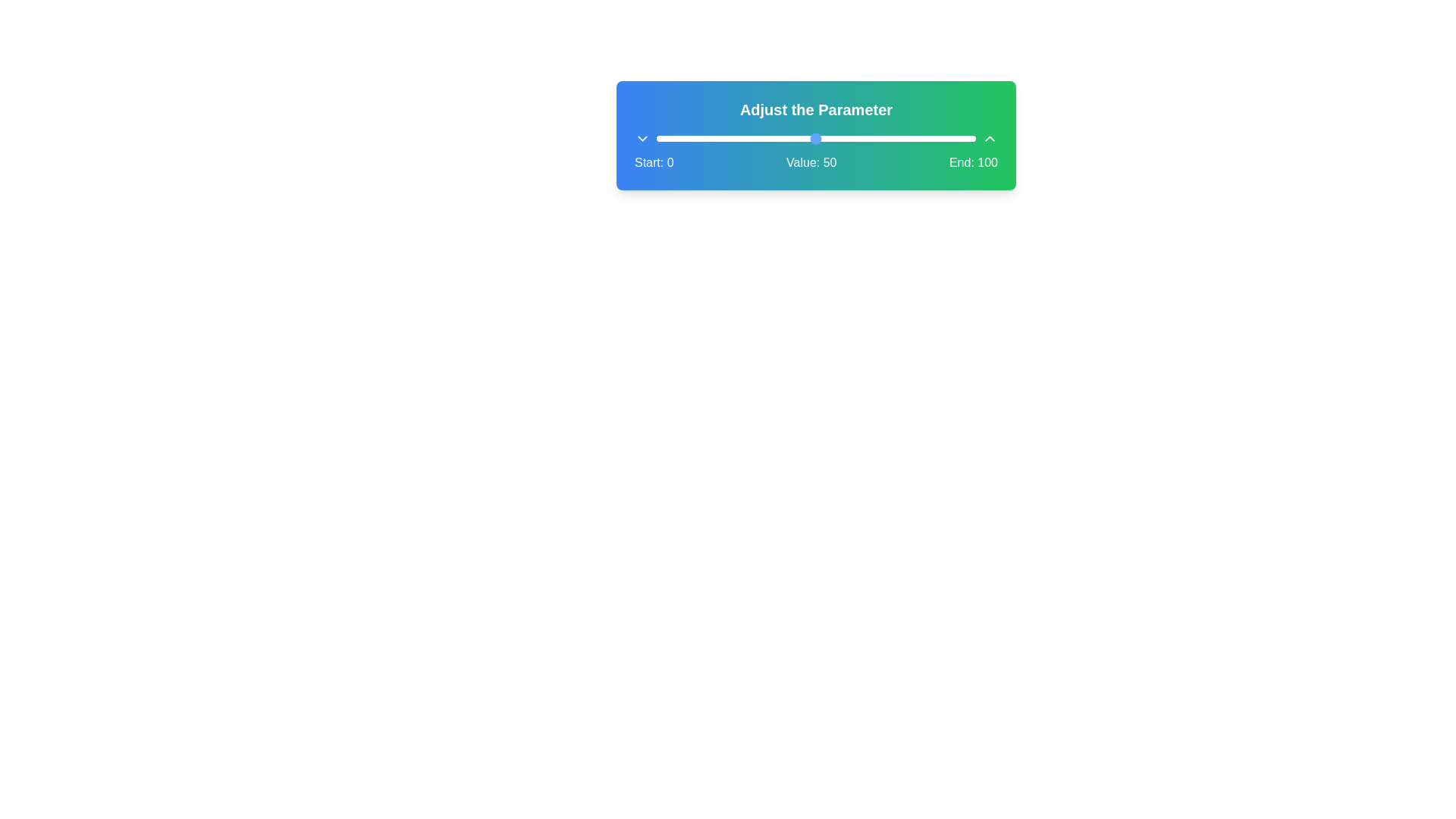 The width and height of the screenshot is (1456, 819). I want to click on the slider, so click(821, 138).